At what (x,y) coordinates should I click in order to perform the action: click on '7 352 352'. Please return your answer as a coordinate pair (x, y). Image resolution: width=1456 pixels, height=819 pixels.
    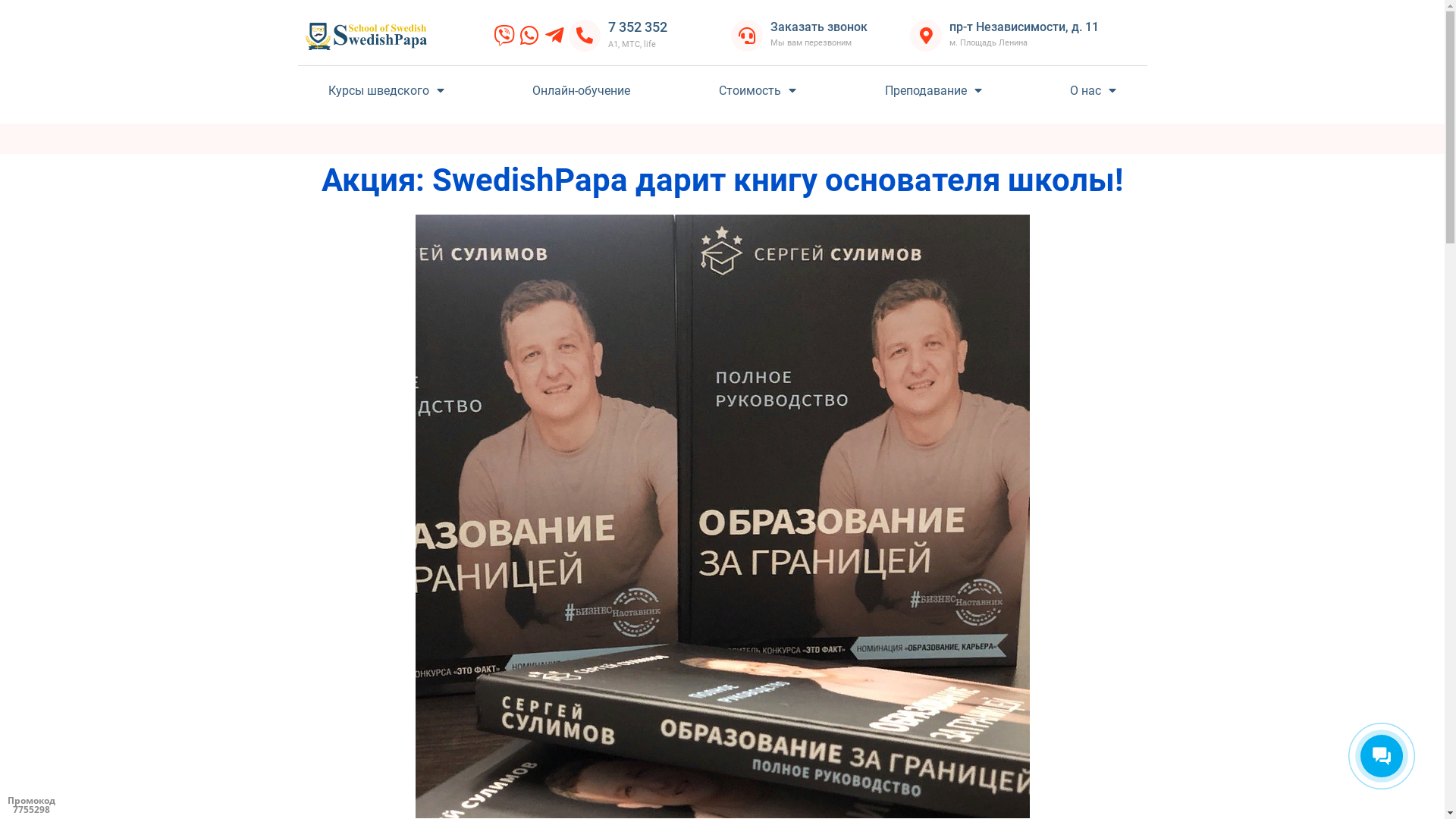
    Looking at the image, I should click on (637, 27).